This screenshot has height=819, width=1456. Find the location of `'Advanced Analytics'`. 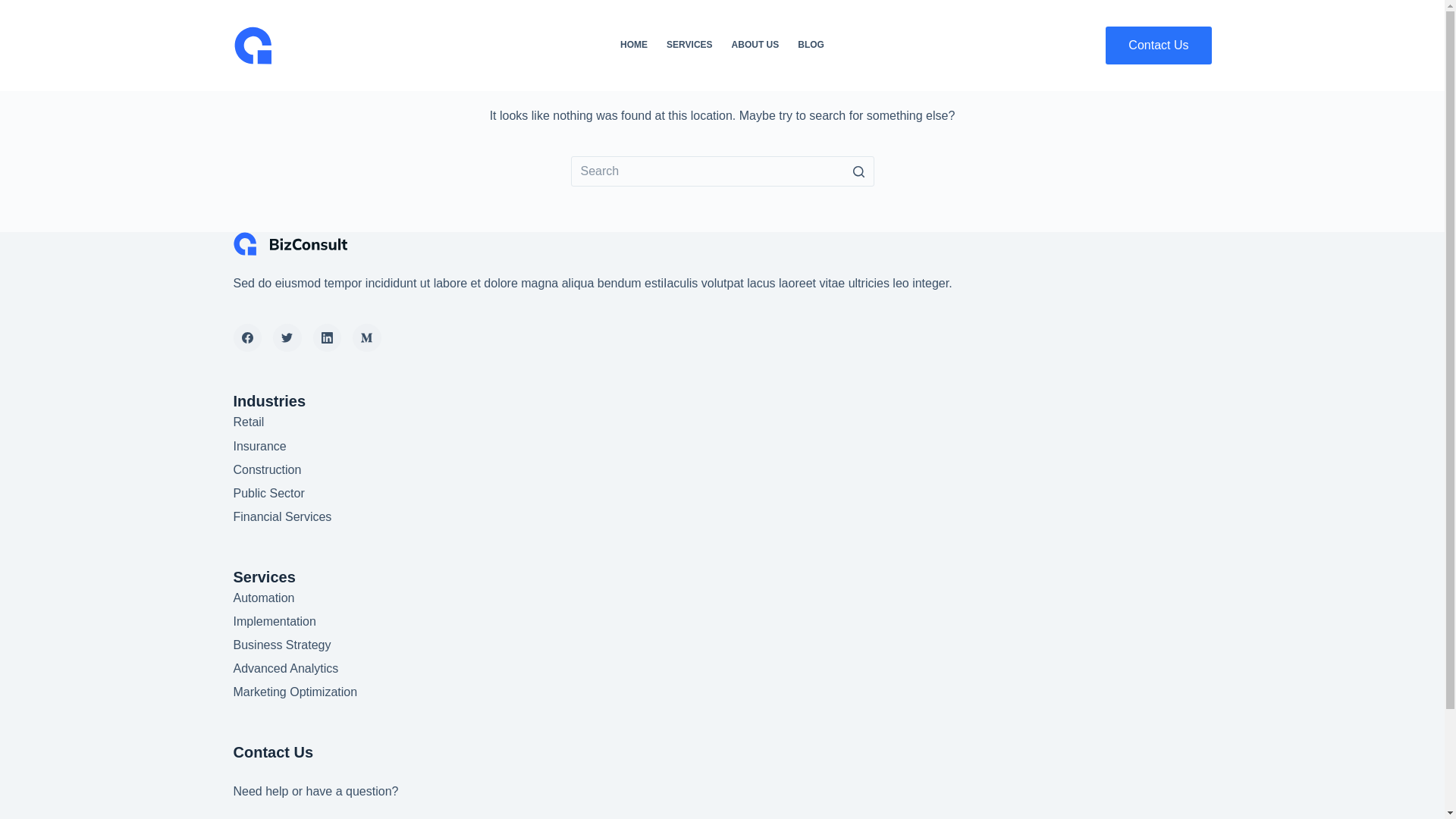

'Advanced Analytics' is located at coordinates (232, 667).